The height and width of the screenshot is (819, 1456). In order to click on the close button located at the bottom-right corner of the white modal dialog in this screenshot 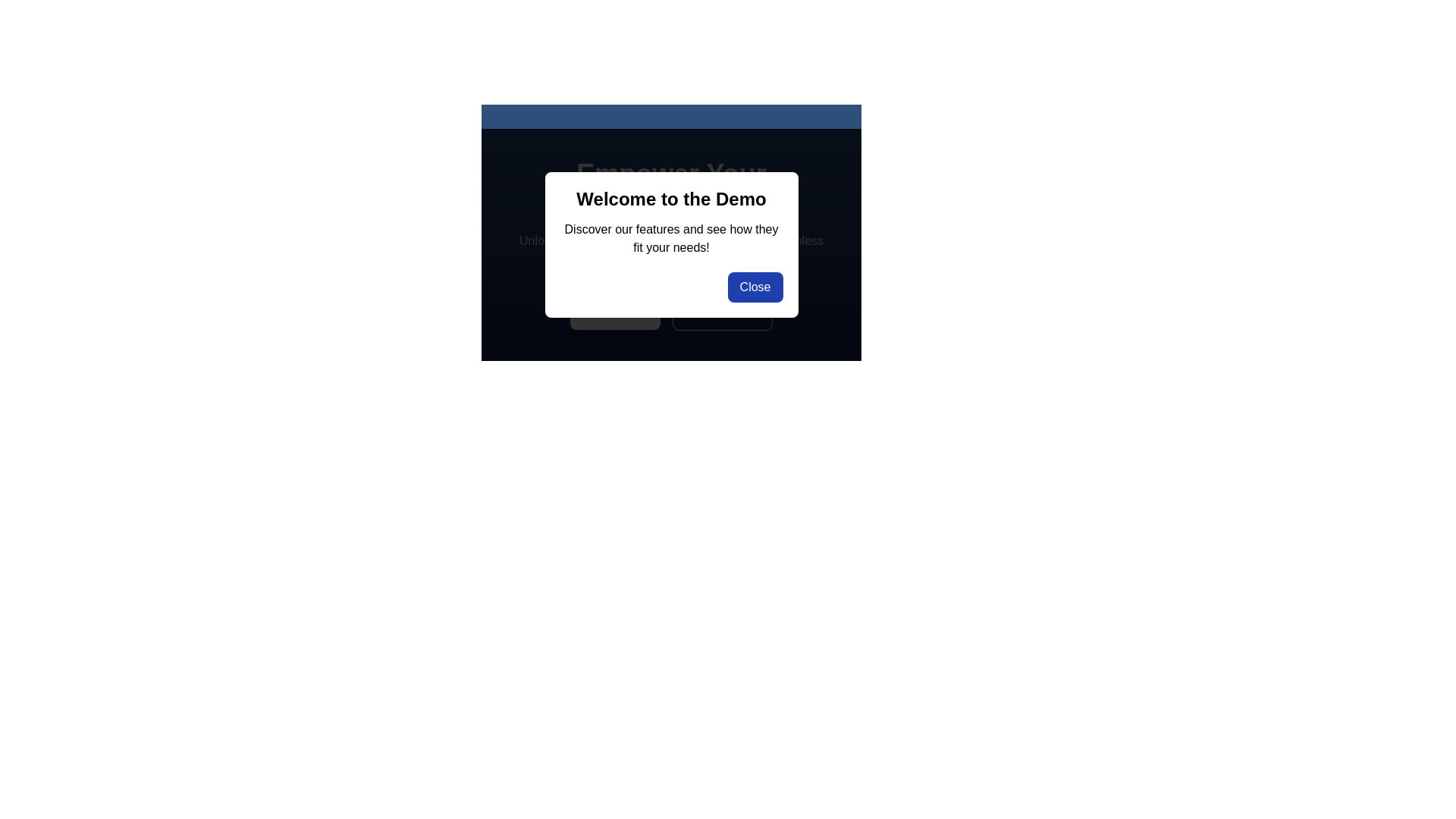, I will do `click(755, 287)`.